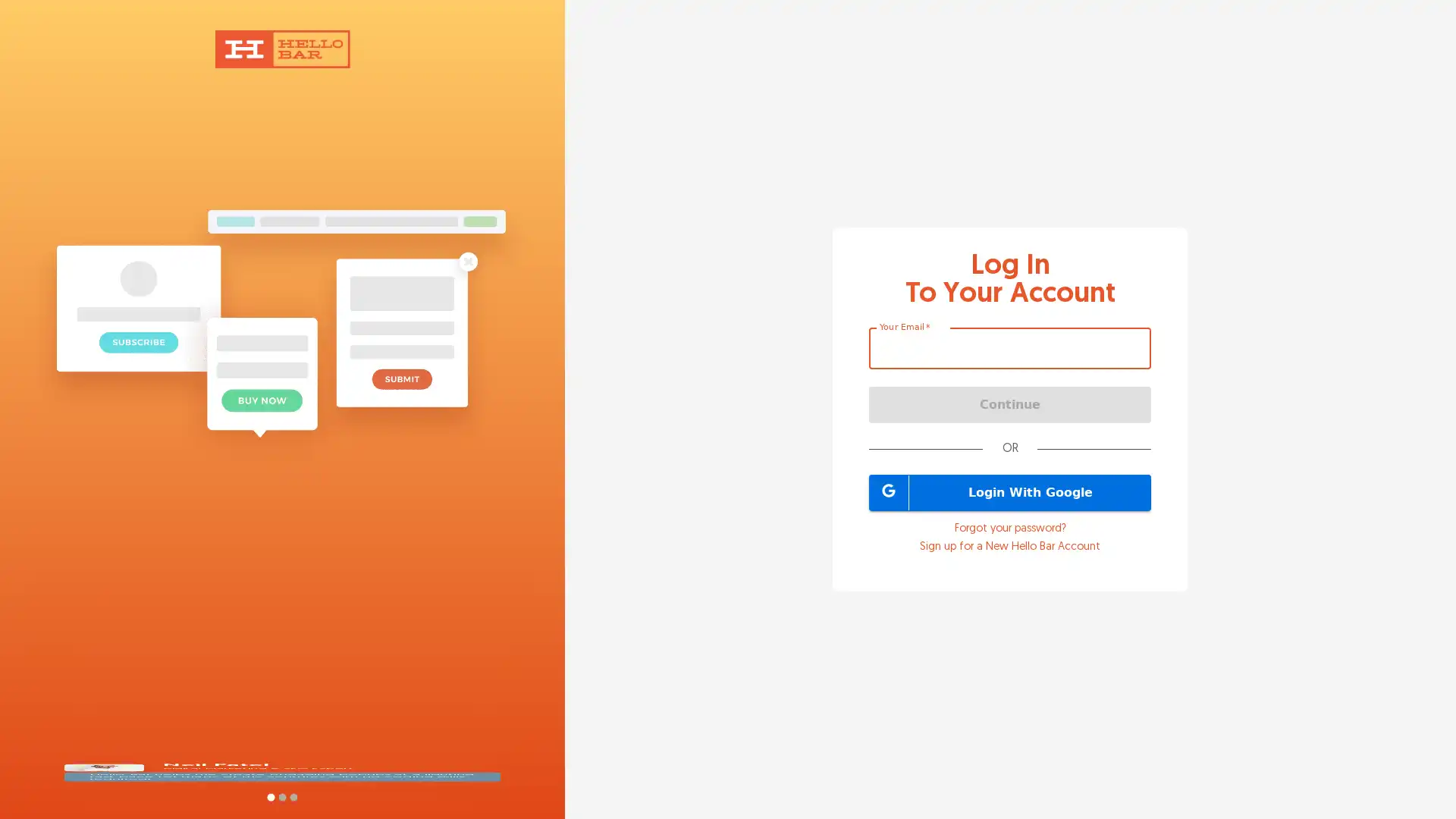 This screenshot has width=1456, height=819. Describe the element at coordinates (1010, 491) in the screenshot. I see `Login With Google` at that location.